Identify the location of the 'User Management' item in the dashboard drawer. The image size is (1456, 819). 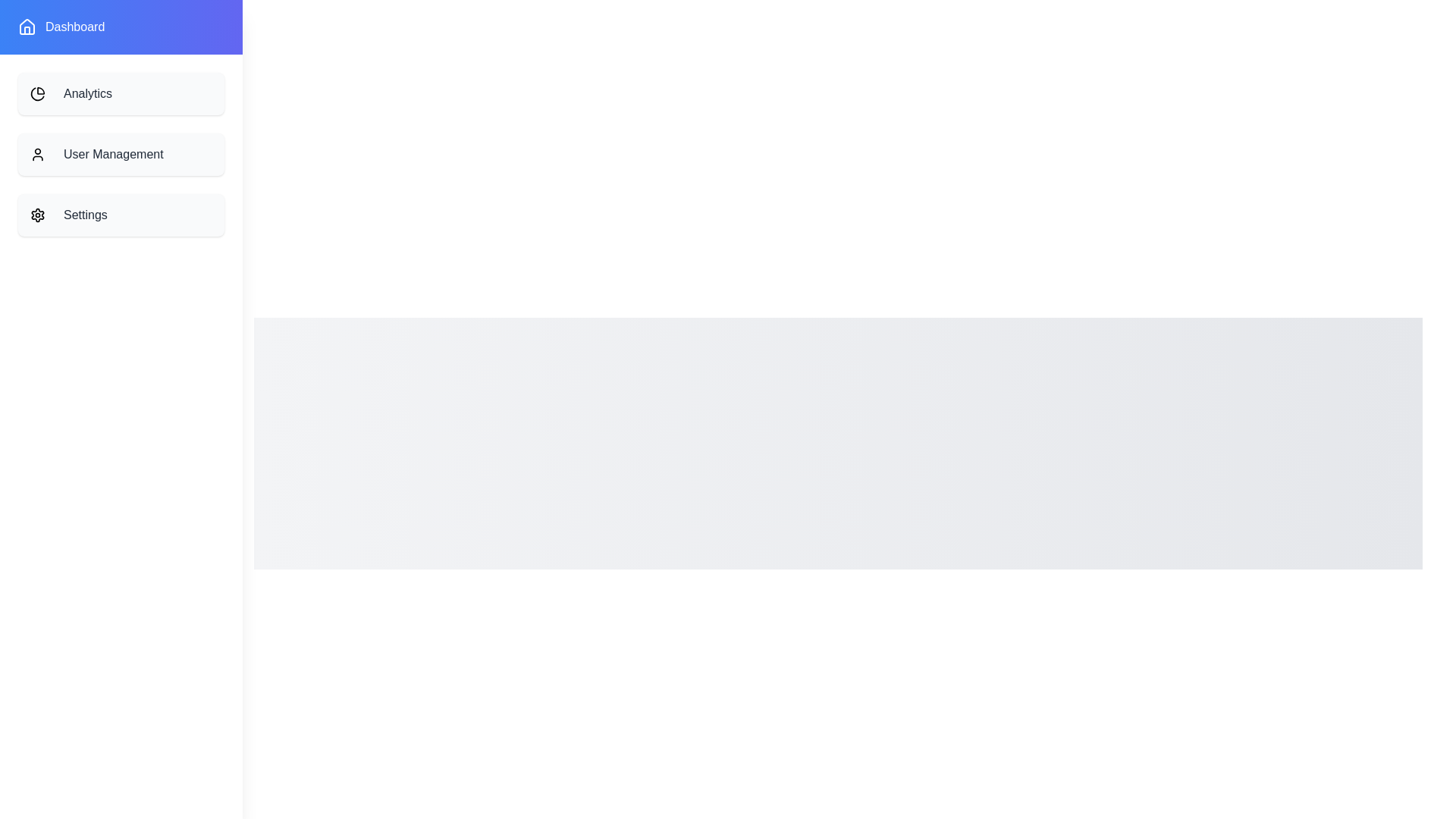
(120, 155).